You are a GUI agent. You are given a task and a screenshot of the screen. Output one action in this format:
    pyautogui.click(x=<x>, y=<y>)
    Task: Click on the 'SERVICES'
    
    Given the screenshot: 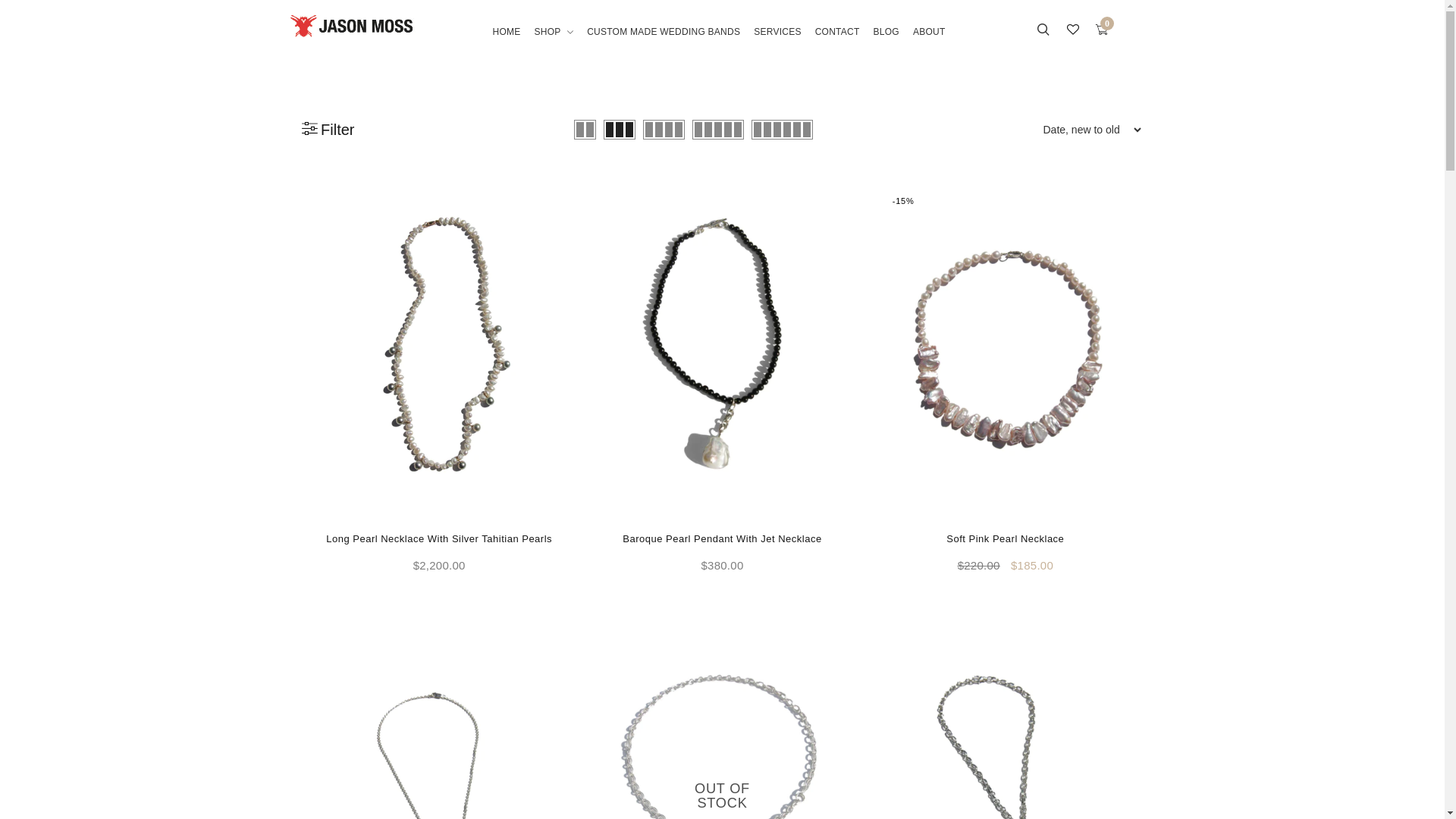 What is the action you would take?
    pyautogui.click(x=777, y=42)
    